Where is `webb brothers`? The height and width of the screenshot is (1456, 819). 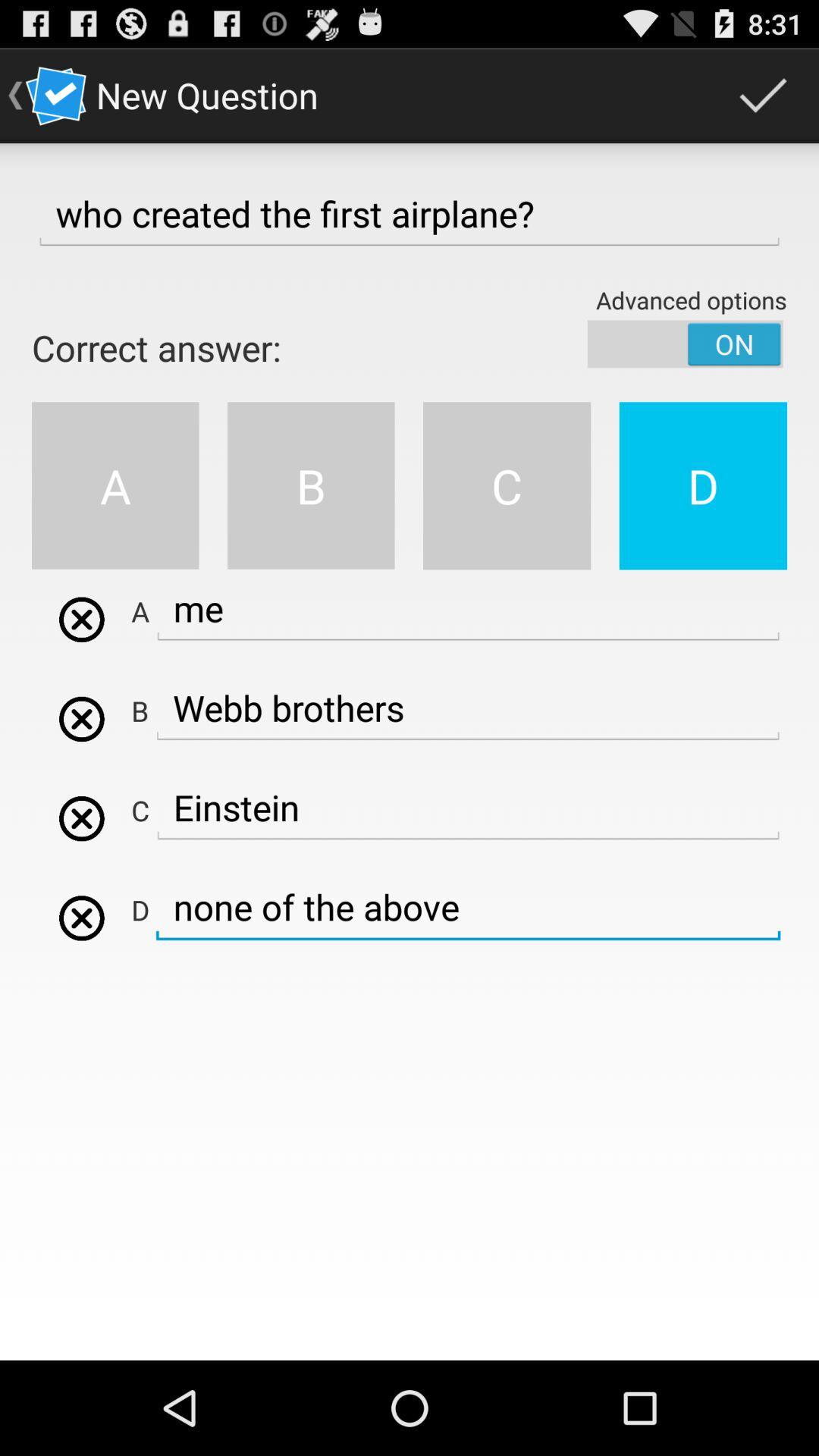 webb brothers is located at coordinates (81, 620).